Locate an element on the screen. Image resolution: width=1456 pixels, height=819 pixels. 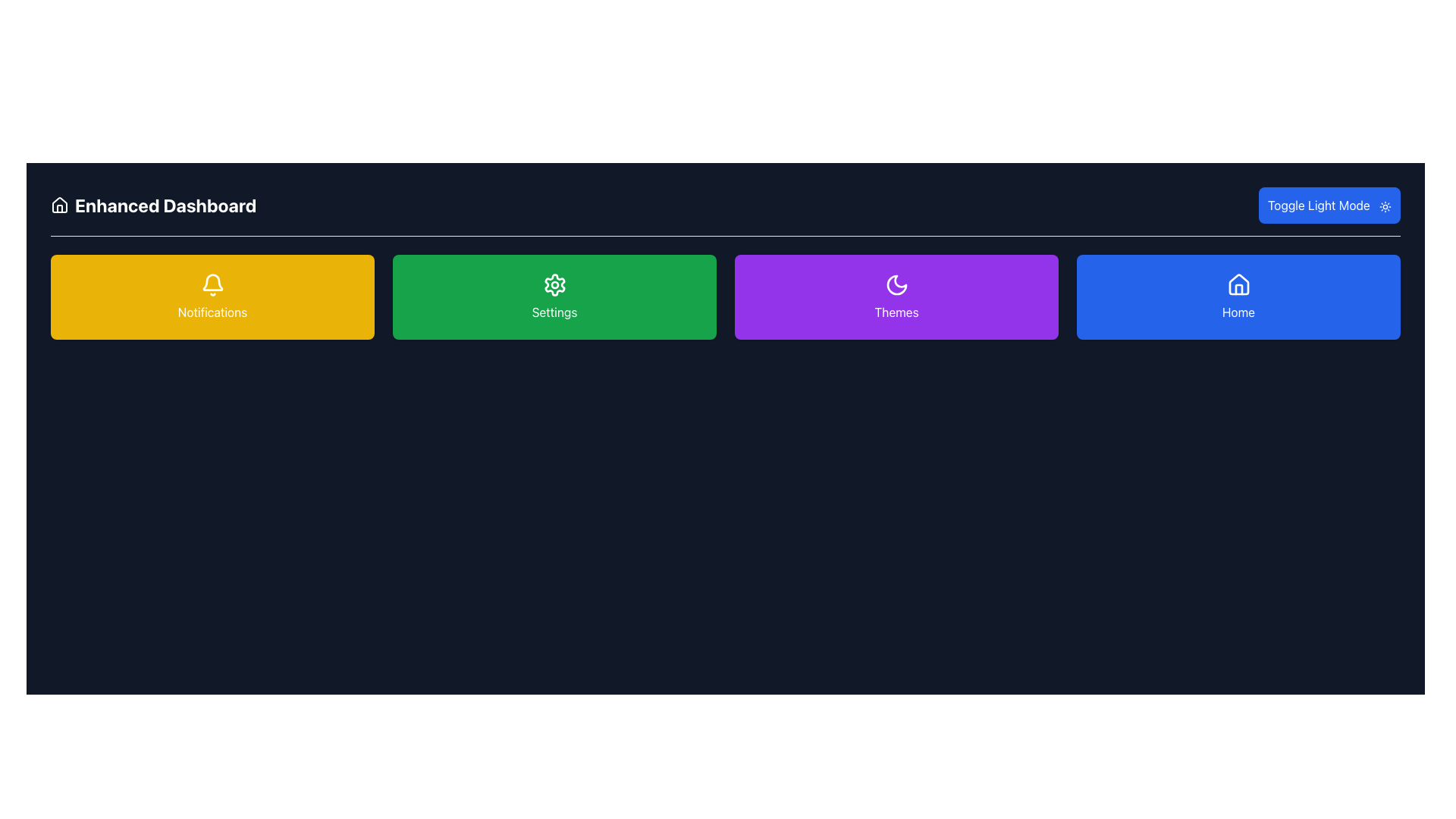
the stylized house SVG icon located in the 'Home' section, which is positioned at the far right and has a white outline with no fill is located at coordinates (1238, 284).